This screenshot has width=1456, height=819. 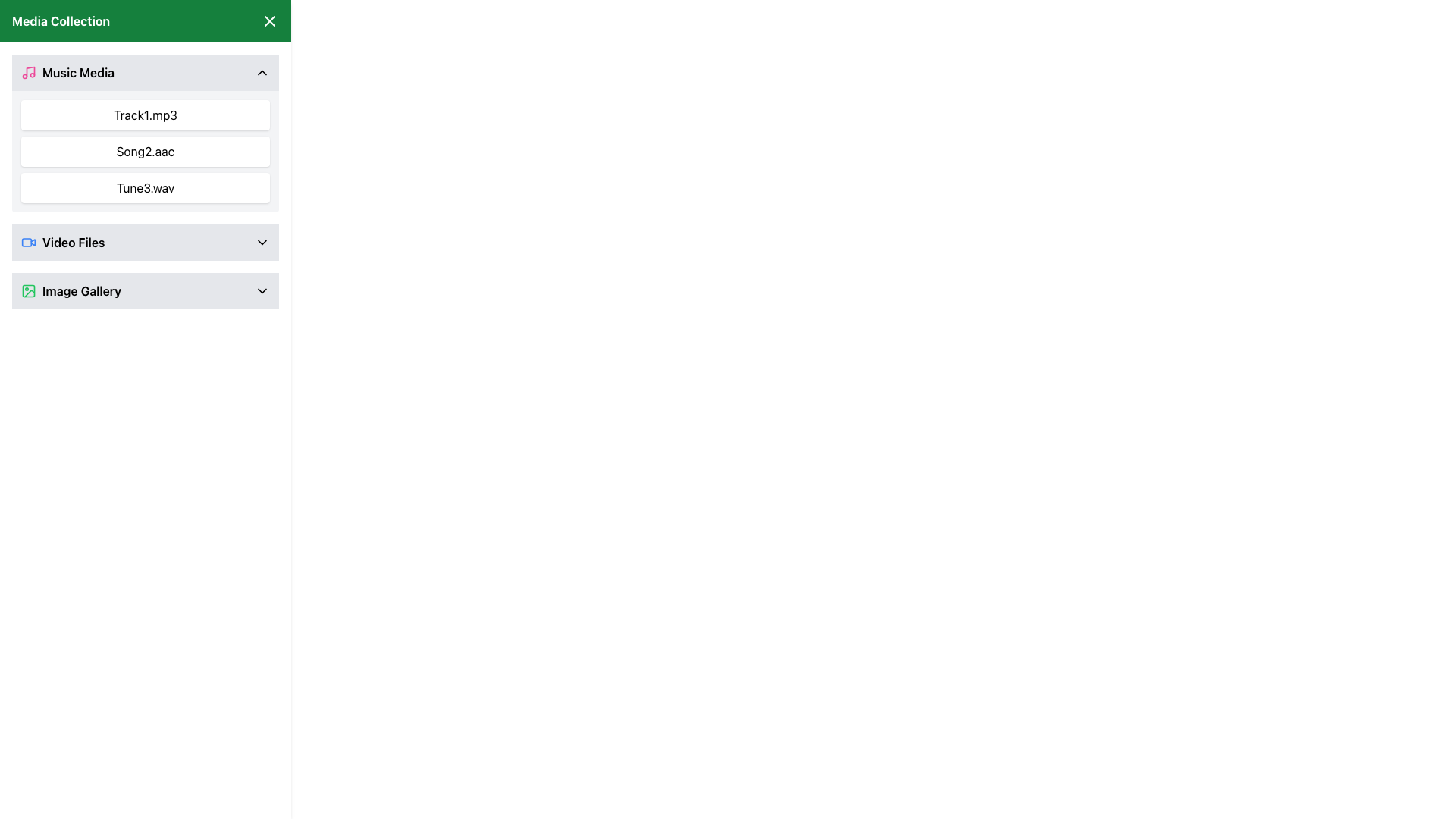 I want to click on the decorative graphic element (SVG rectangle shape) that visually represents the 'Image Gallery' section, located at the left icon group of the section title, so click(x=29, y=291).